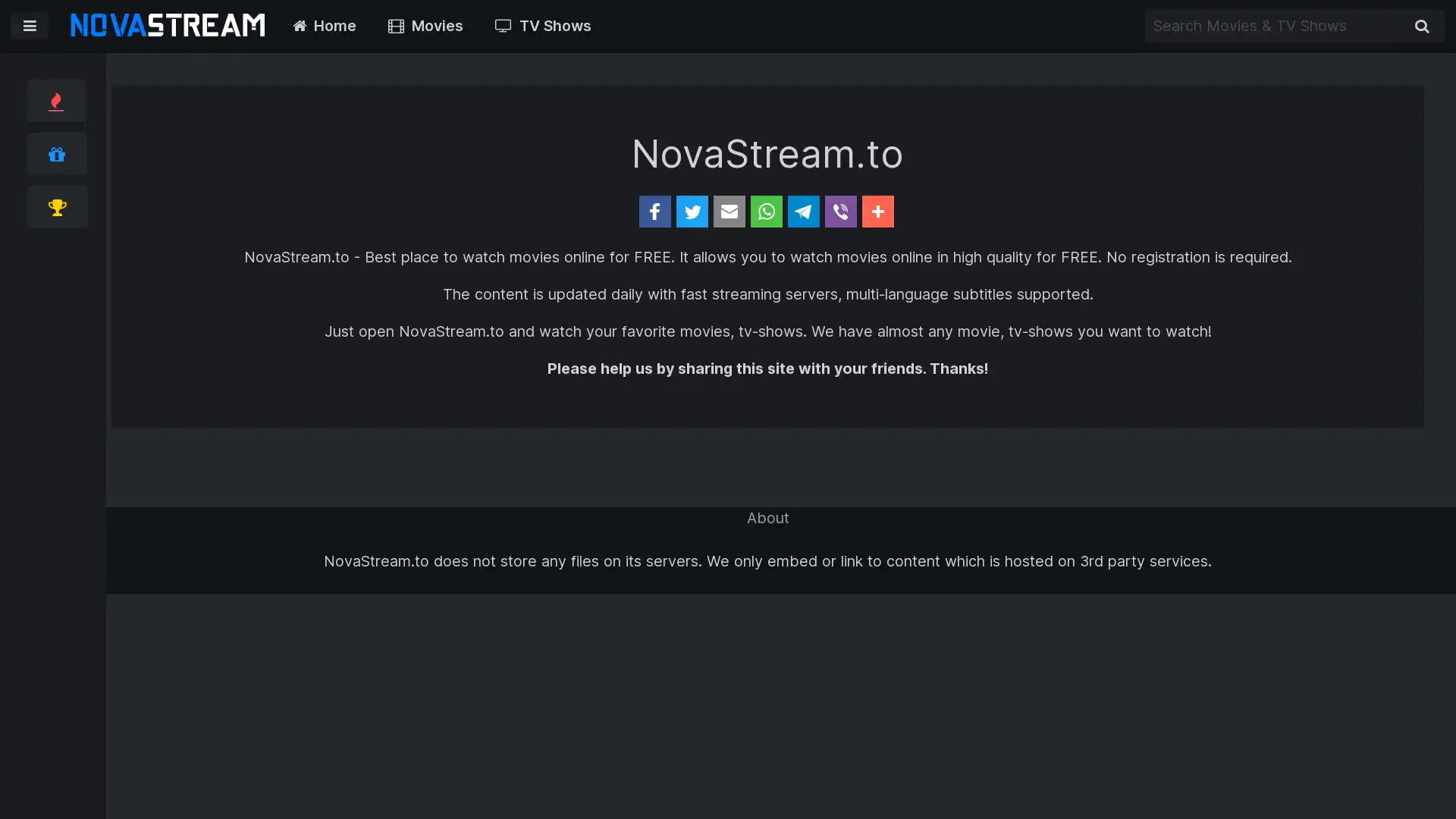 The width and height of the screenshot is (1456, 819). What do you see at coordinates (942, 211) in the screenshot?
I see `Share to Viber Viber` at bounding box center [942, 211].